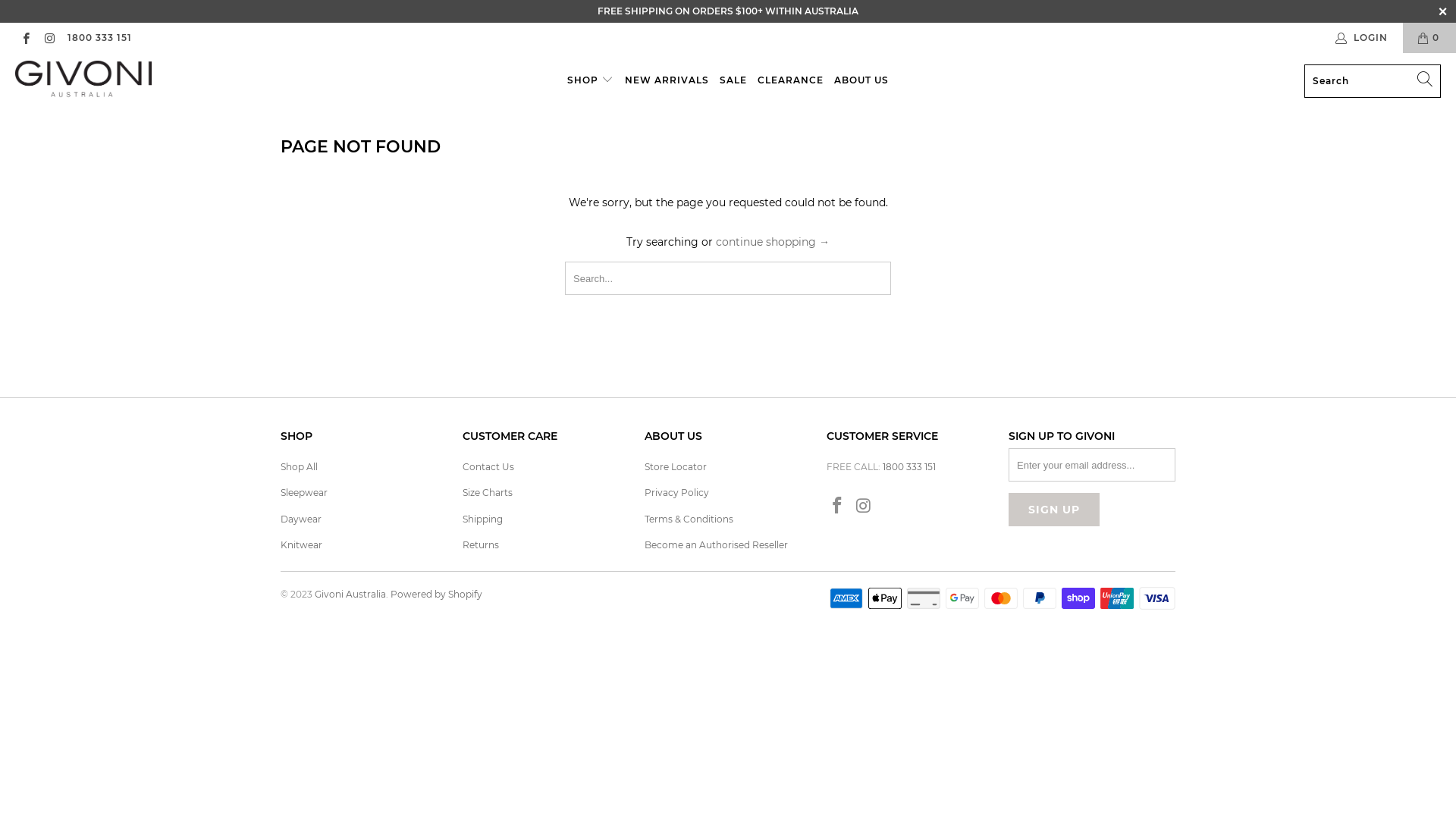 The height and width of the screenshot is (819, 1456). I want to click on 'Knitwear', so click(280, 544).